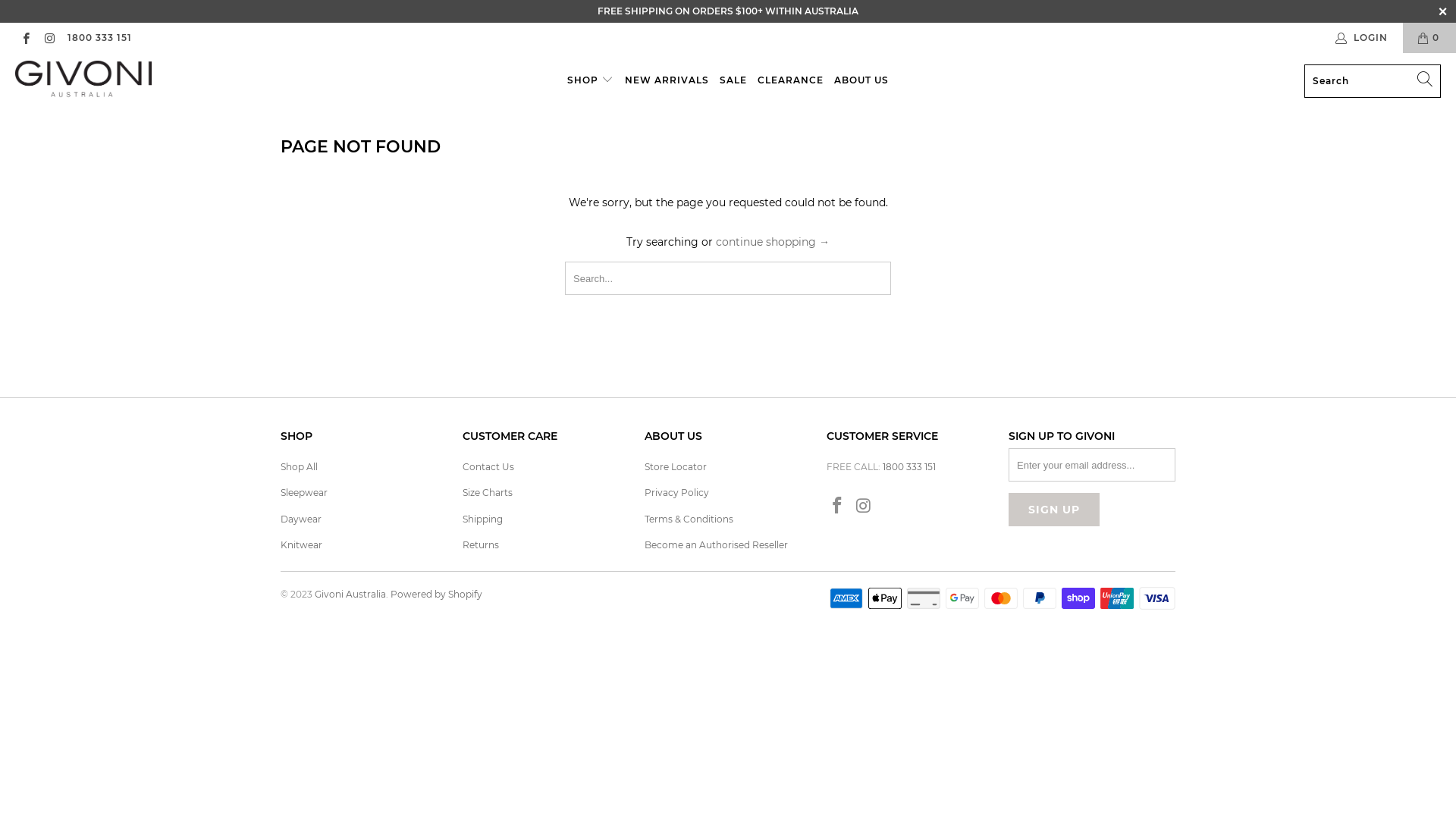 The height and width of the screenshot is (819, 1456). I want to click on 'Knitwear', so click(280, 544).